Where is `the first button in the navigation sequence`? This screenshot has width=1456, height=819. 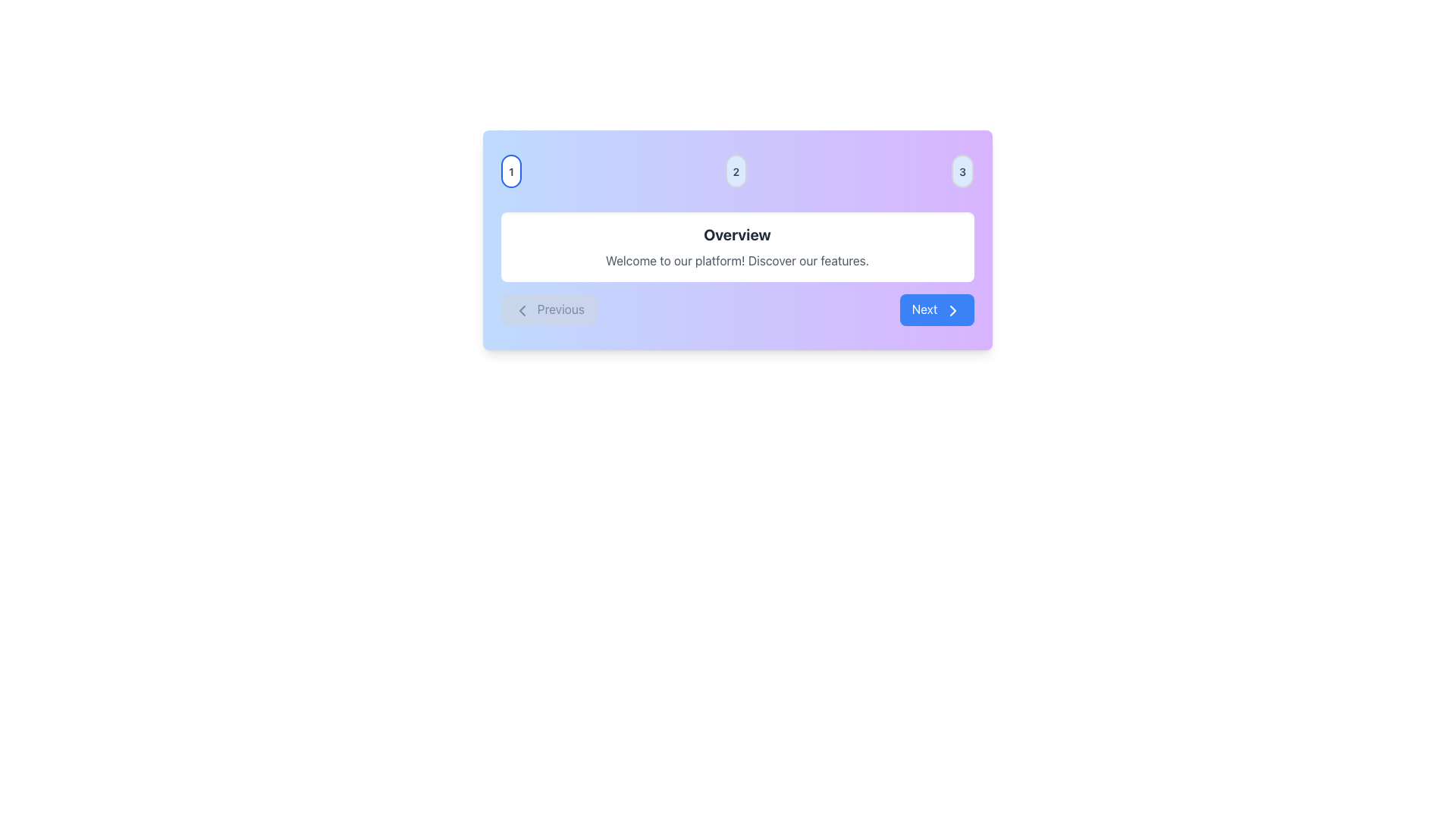
the first button in the navigation sequence is located at coordinates (510, 171).